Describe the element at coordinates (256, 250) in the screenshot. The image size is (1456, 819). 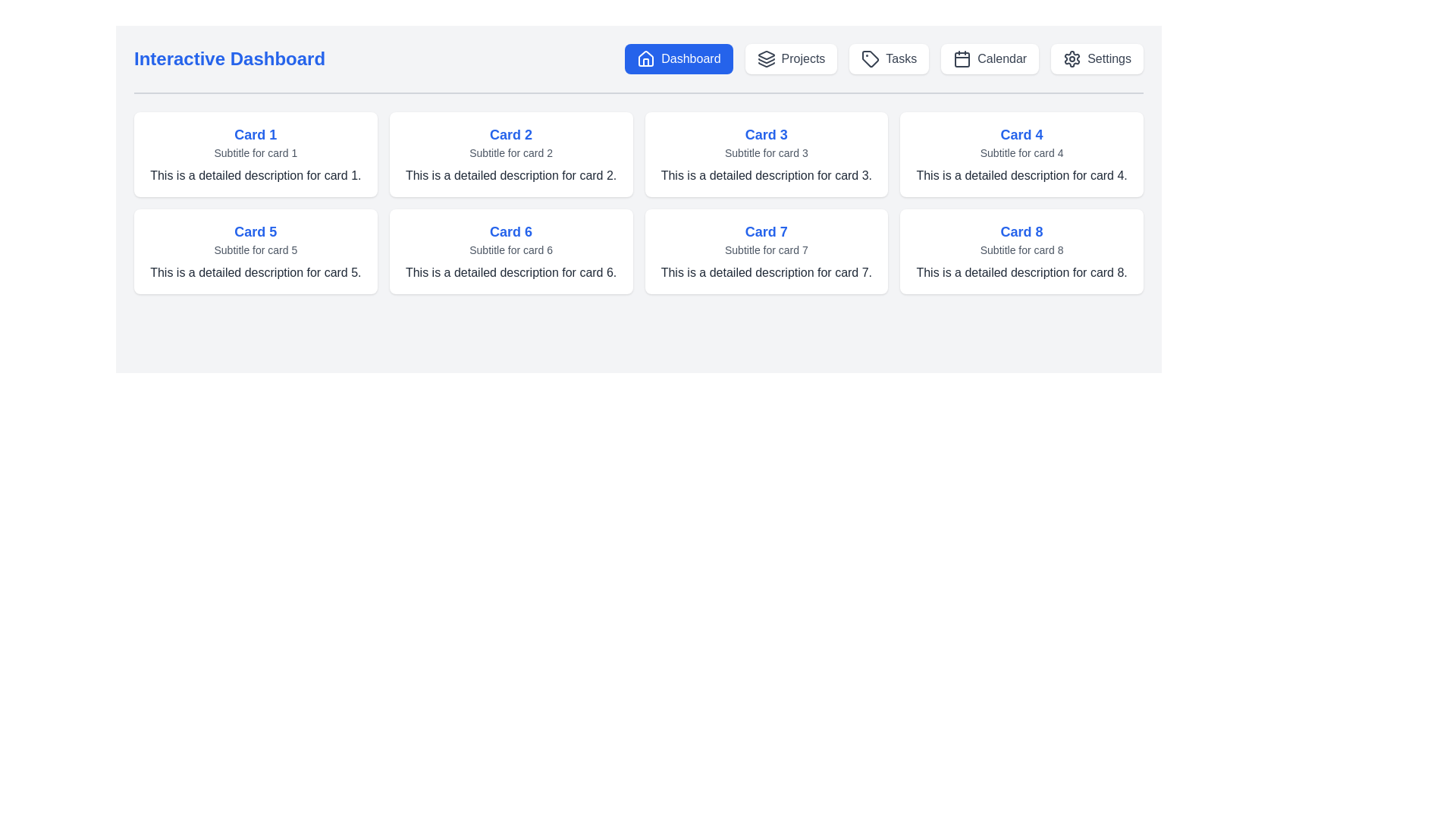
I see `the fifth card in the dashboard interface, which serves as an informative or navigational component and is located in the second row, first column` at that location.